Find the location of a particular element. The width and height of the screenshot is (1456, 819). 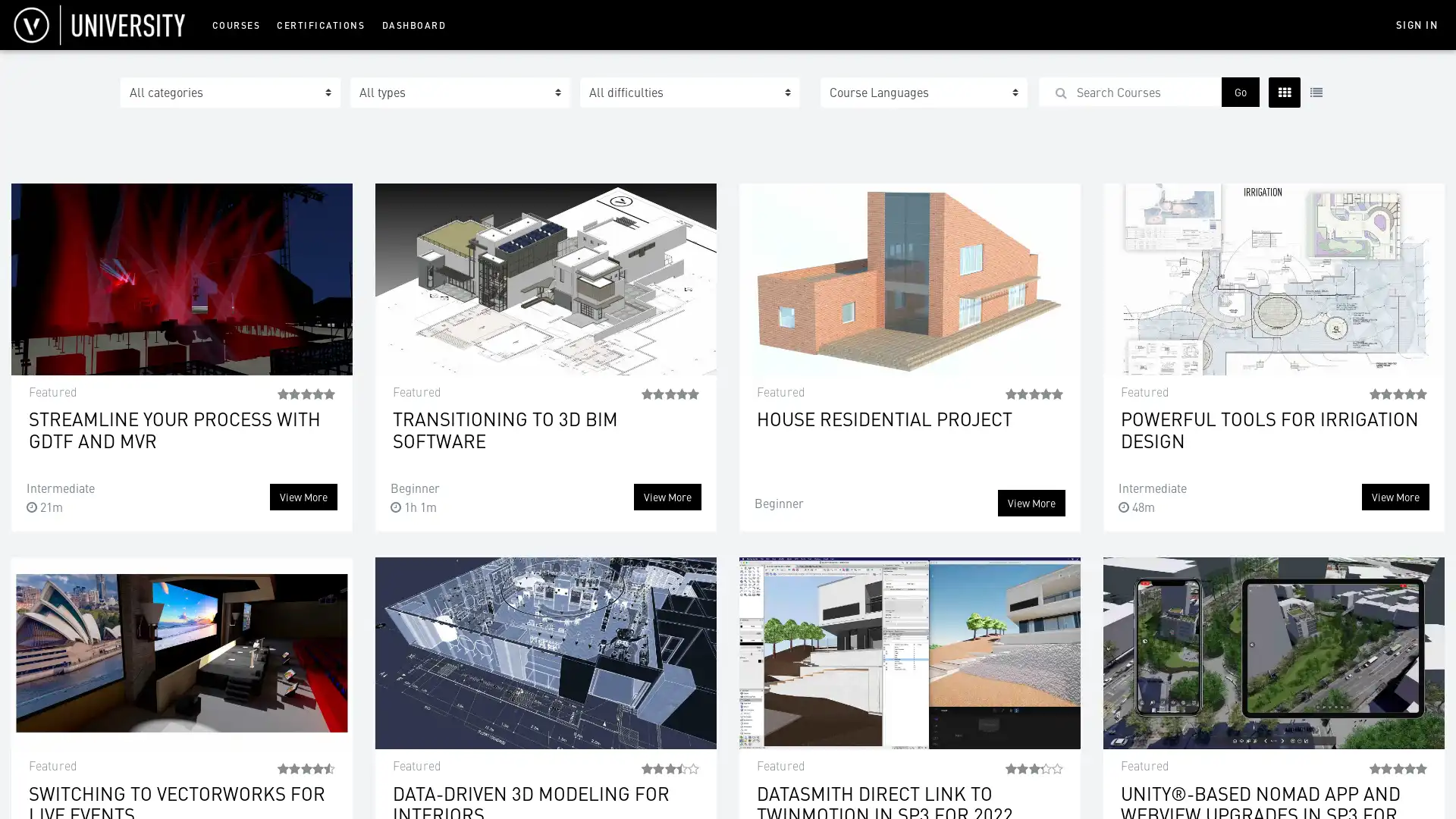

View More is located at coordinates (1031, 503).